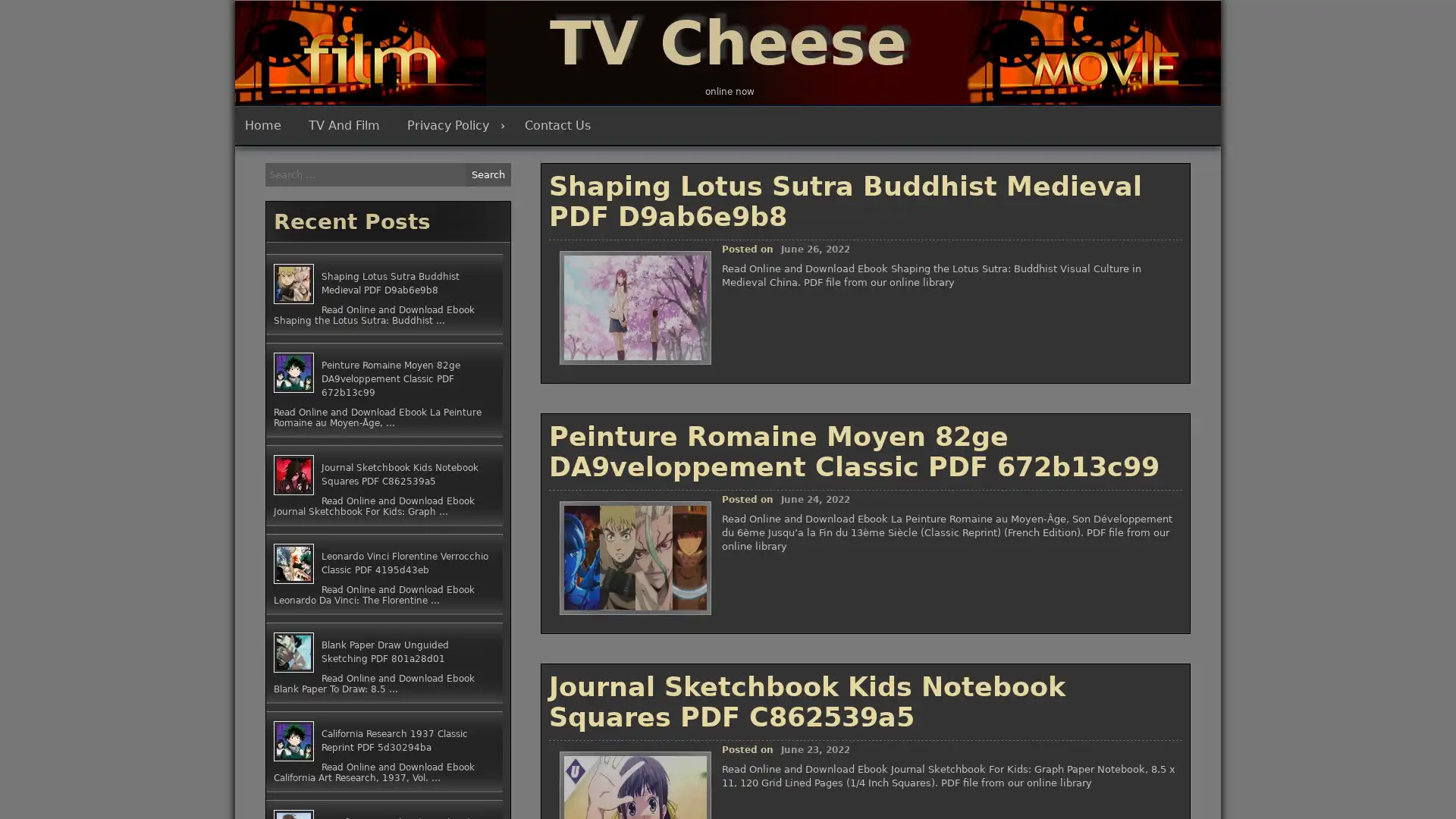 The image size is (1456, 819). Describe the element at coordinates (488, 174) in the screenshot. I see `Search` at that location.